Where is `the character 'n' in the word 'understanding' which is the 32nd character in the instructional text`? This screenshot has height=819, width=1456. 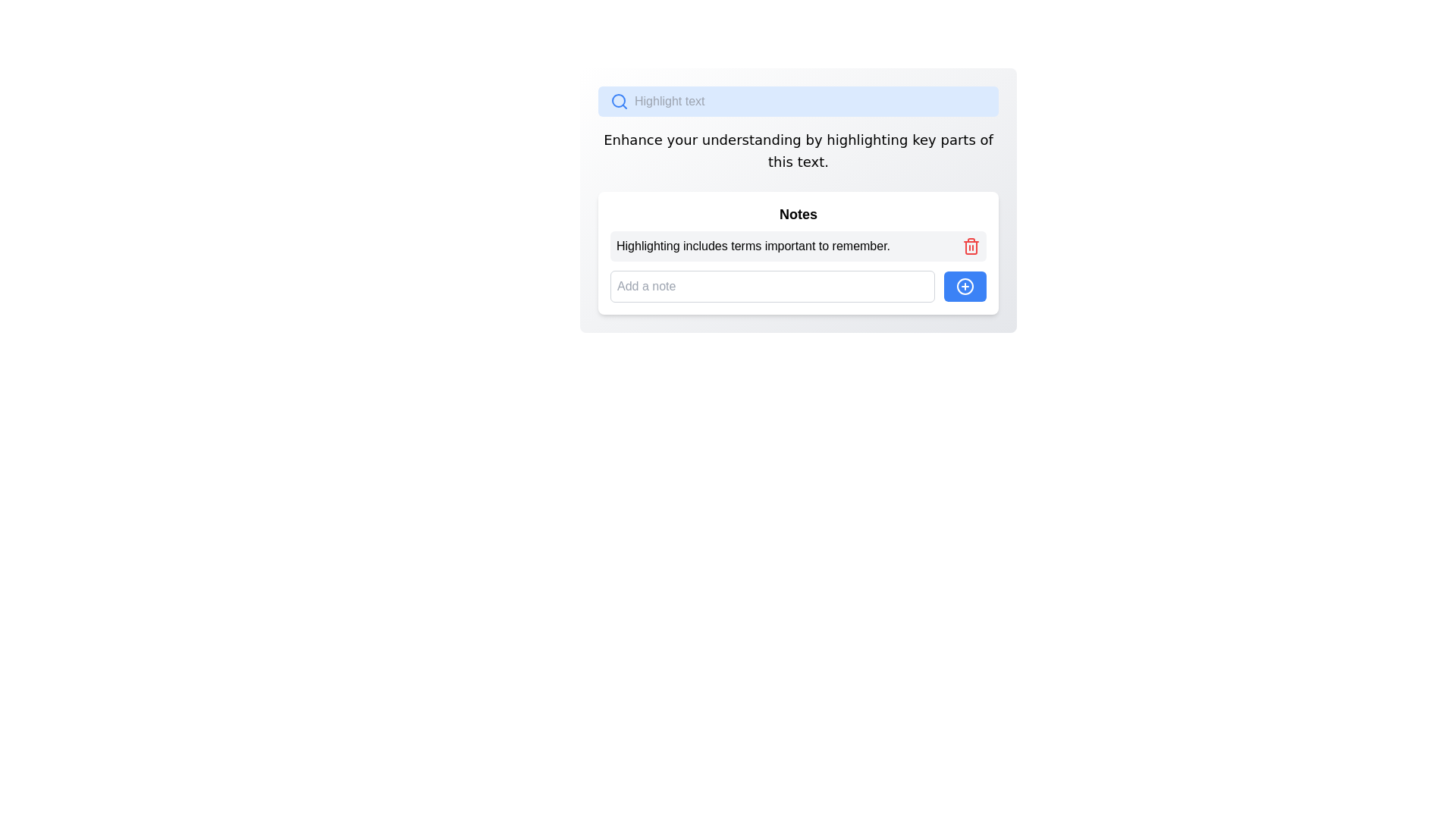 the character 'n' in the word 'understanding' which is the 32nd character in the instructional text is located at coordinates (732, 140).